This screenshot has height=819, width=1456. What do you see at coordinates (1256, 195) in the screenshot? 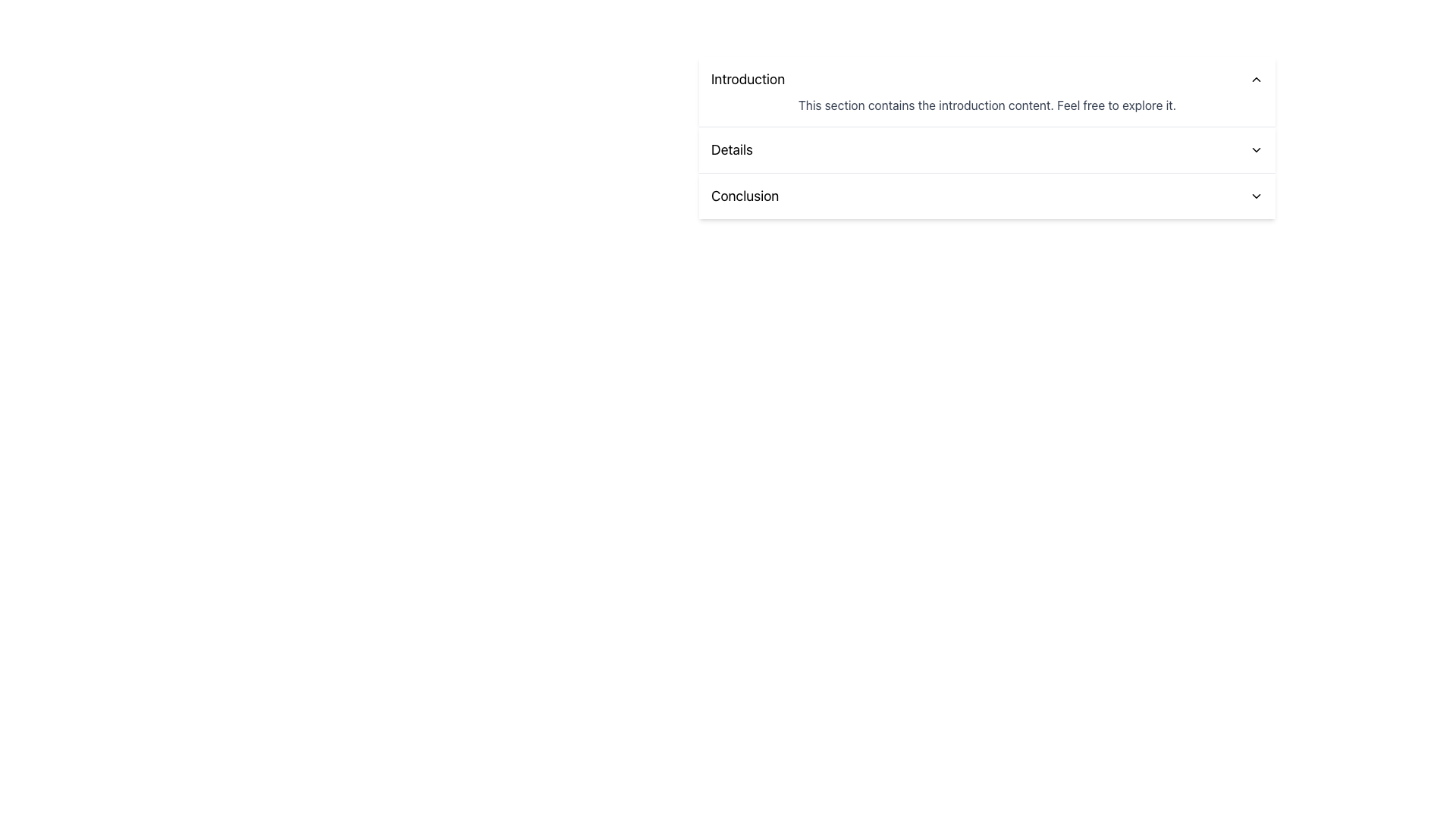
I see `the Chevron Icon located to the right of the 'Conclusion' text, which is a small, downward-pointing arrow icon with a minimalist outline` at bounding box center [1256, 195].